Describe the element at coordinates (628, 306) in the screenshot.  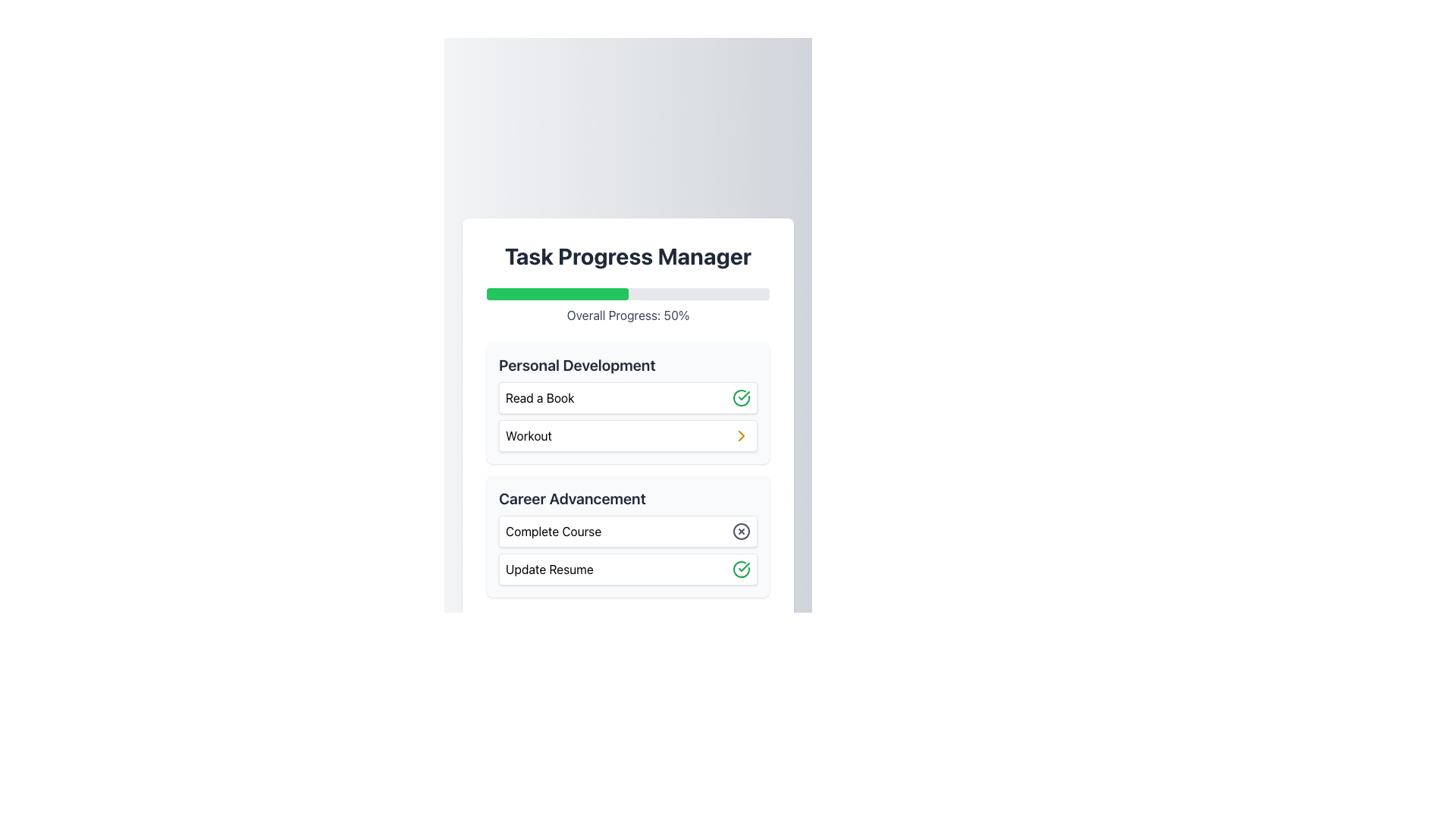
I see `the progress indicator displaying 'Overall Progress: 50%' below the 'Task Progress Manager' header` at that location.